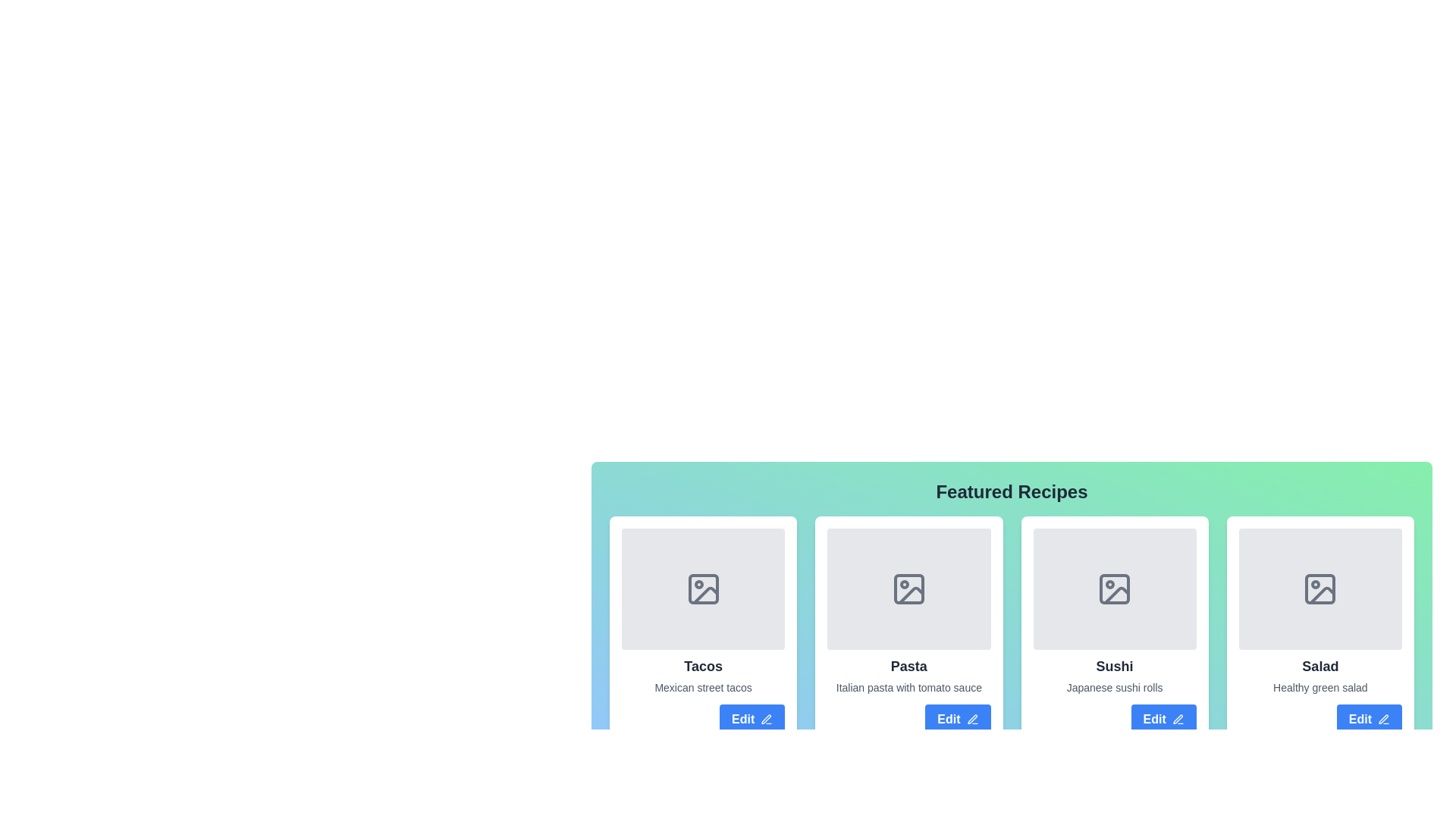  What do you see at coordinates (1115, 588) in the screenshot?
I see `the Image placeholder element with rounded corners and a gray icon, positioned at the top of the 'Sushi' card` at bounding box center [1115, 588].